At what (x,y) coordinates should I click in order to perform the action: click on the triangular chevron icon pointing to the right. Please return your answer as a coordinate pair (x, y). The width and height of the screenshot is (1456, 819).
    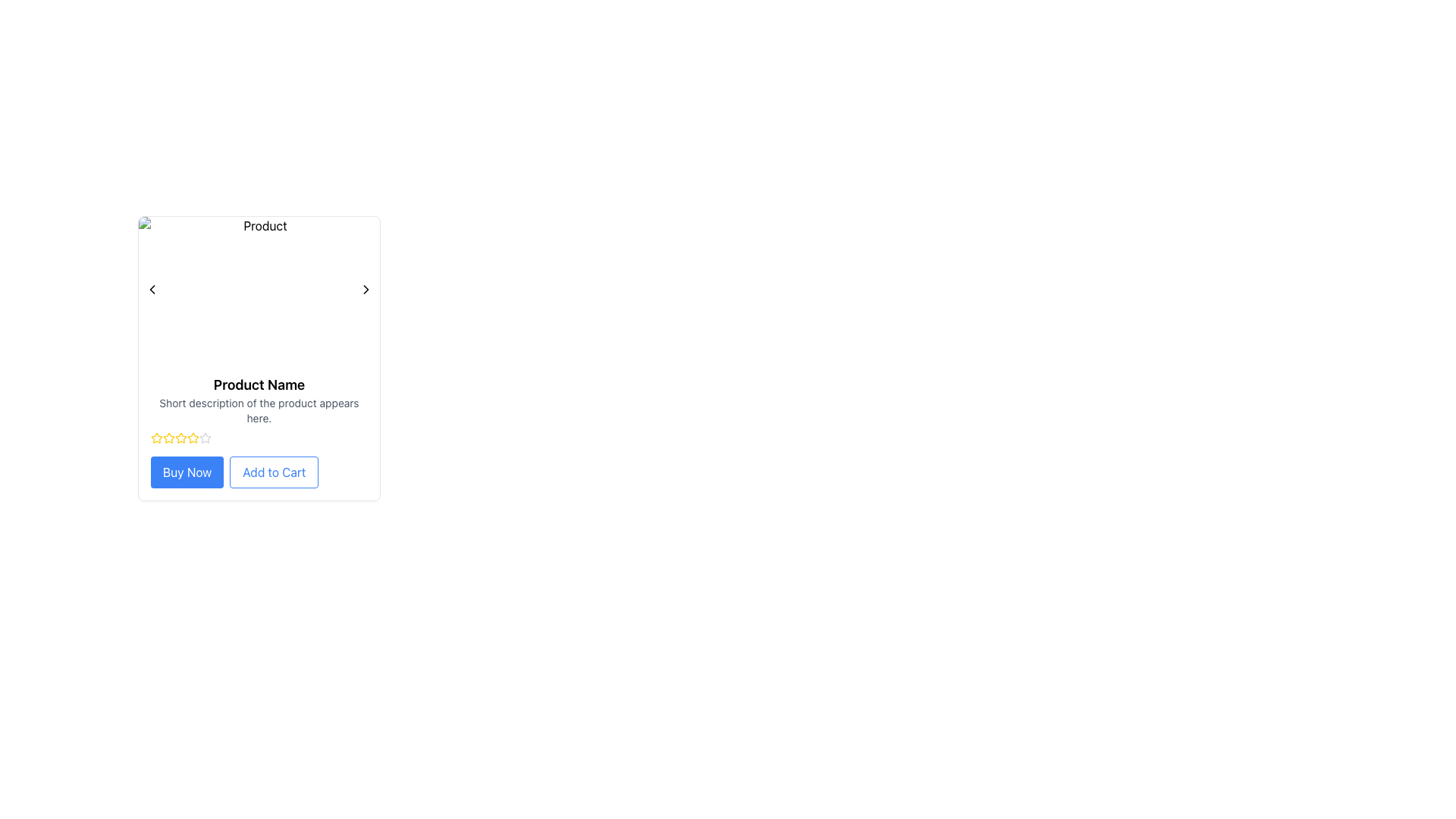
    Looking at the image, I should click on (366, 289).